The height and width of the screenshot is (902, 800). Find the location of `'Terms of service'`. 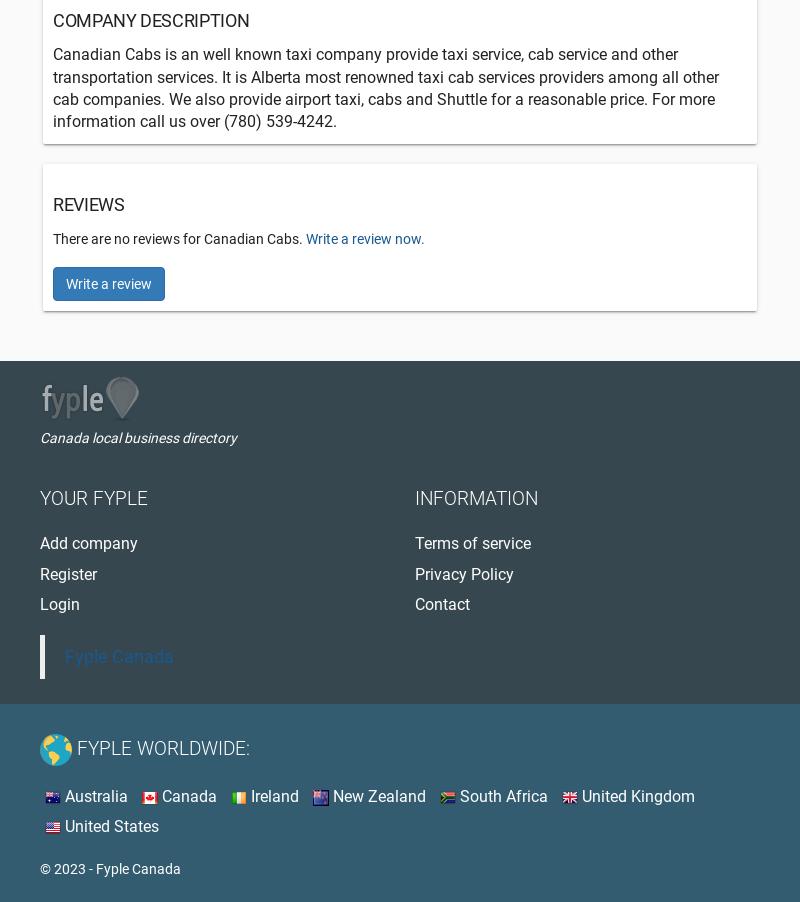

'Terms of service' is located at coordinates (473, 543).